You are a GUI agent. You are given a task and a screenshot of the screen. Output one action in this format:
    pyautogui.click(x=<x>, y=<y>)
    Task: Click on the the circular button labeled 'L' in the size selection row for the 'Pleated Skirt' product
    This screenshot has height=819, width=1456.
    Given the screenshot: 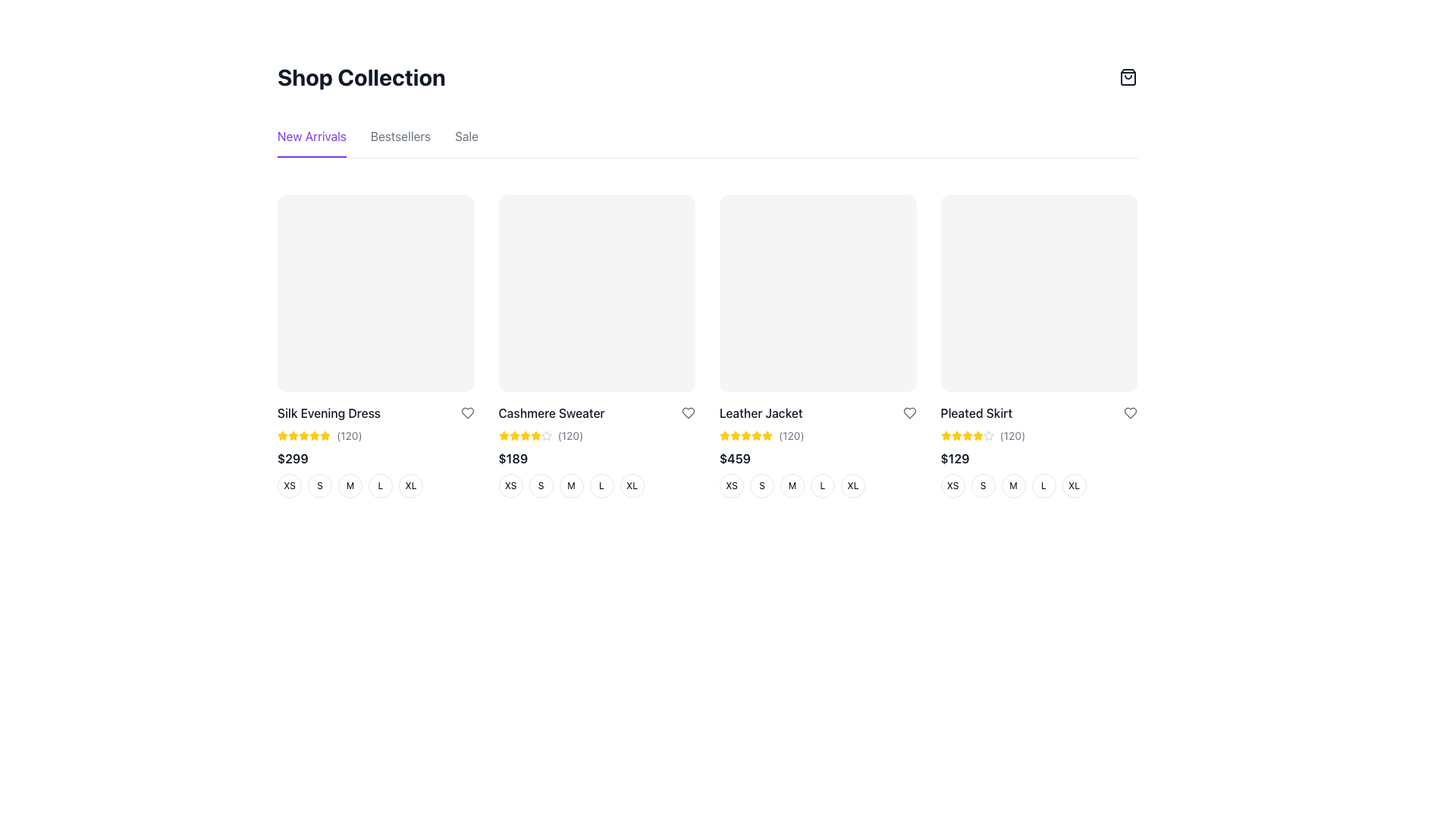 What is the action you would take?
    pyautogui.click(x=1037, y=485)
    